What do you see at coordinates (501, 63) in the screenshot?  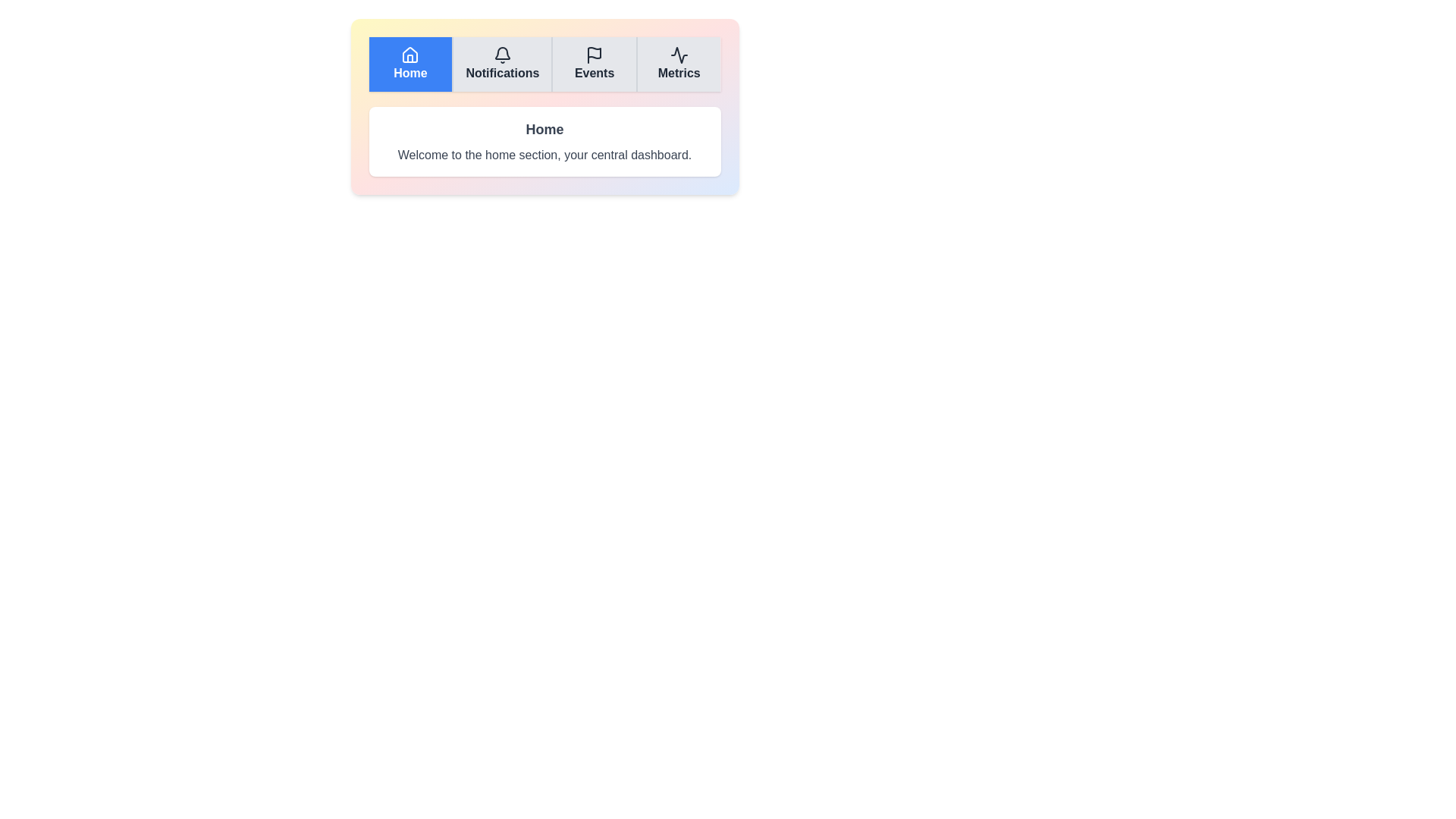 I see `the Notifications tab` at bounding box center [501, 63].